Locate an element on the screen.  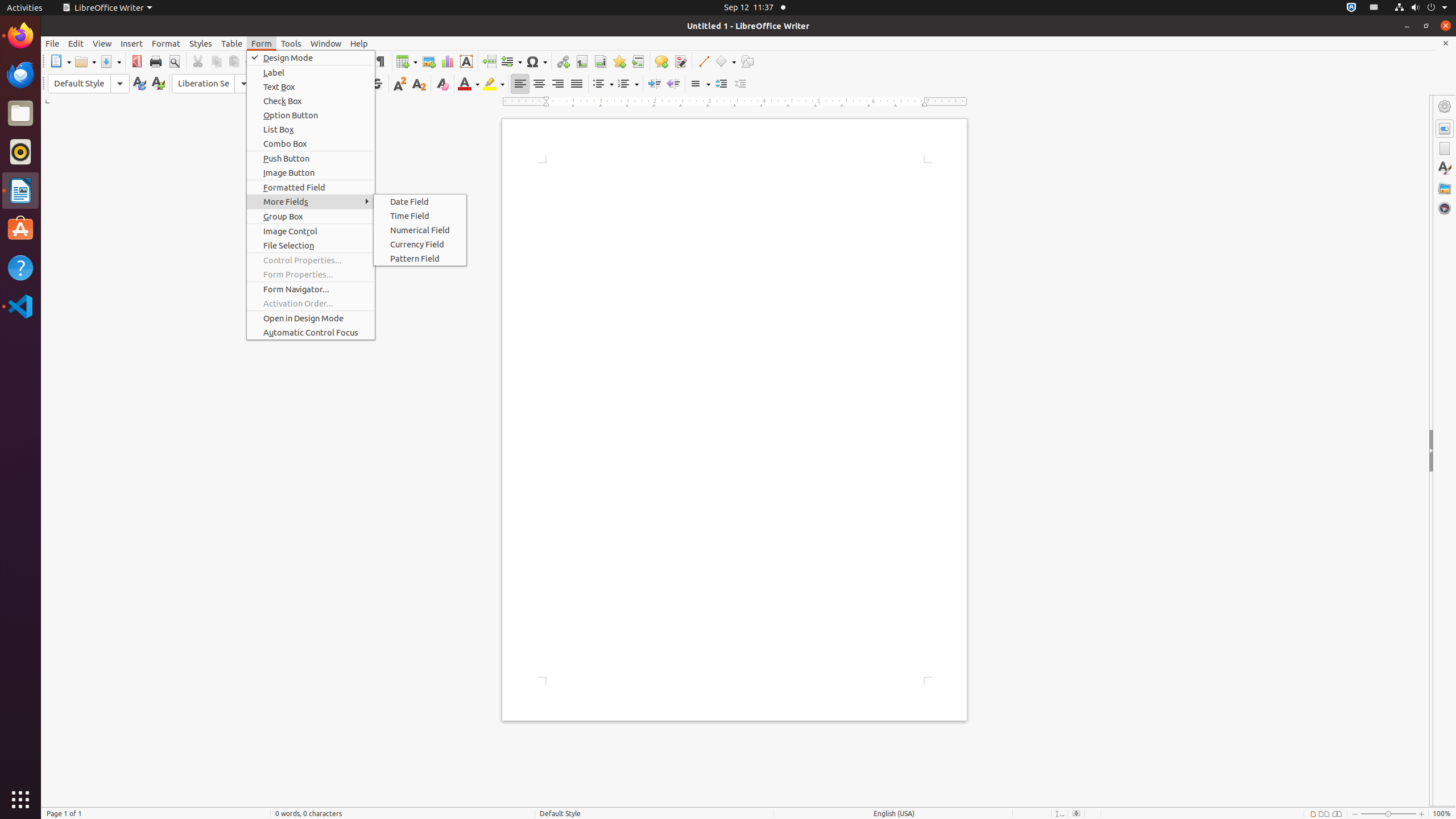
'Copy' is located at coordinates (216, 61).